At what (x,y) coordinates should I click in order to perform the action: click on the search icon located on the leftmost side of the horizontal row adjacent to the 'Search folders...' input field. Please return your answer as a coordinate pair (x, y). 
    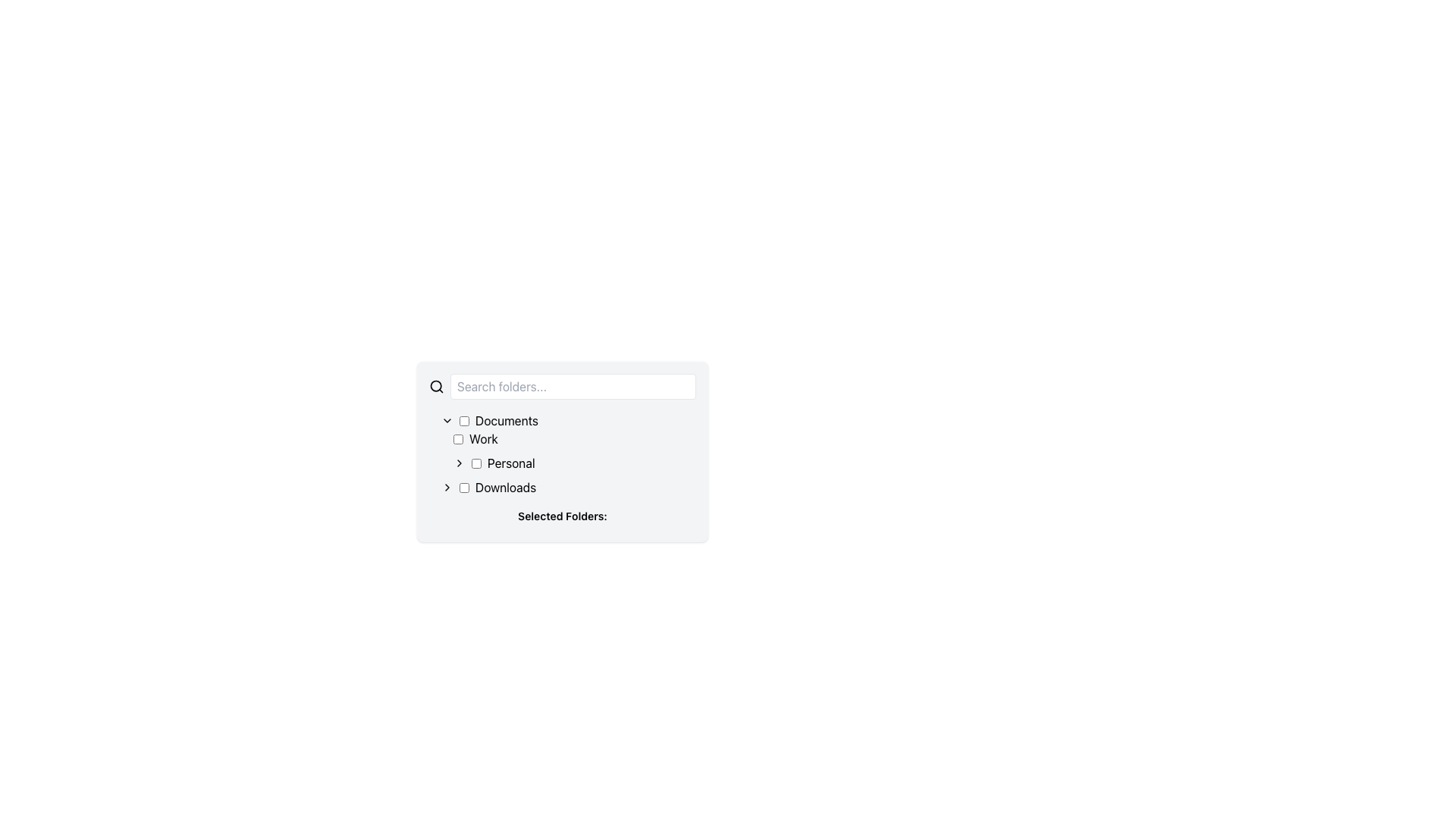
    Looking at the image, I should click on (436, 385).